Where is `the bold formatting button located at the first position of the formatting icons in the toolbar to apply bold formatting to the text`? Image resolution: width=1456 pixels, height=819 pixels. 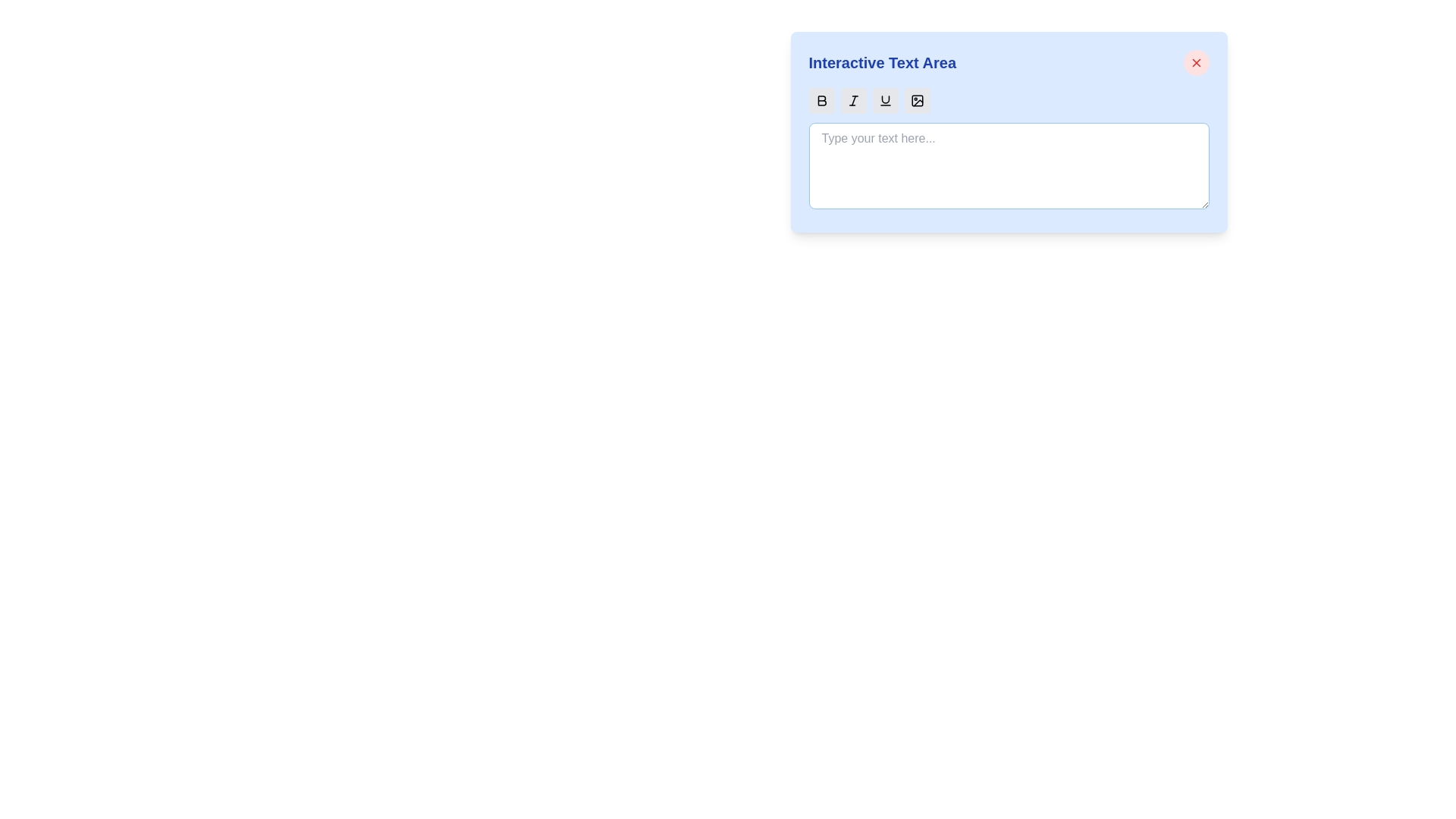 the bold formatting button located at the first position of the formatting icons in the toolbar to apply bold formatting to the text is located at coordinates (821, 100).